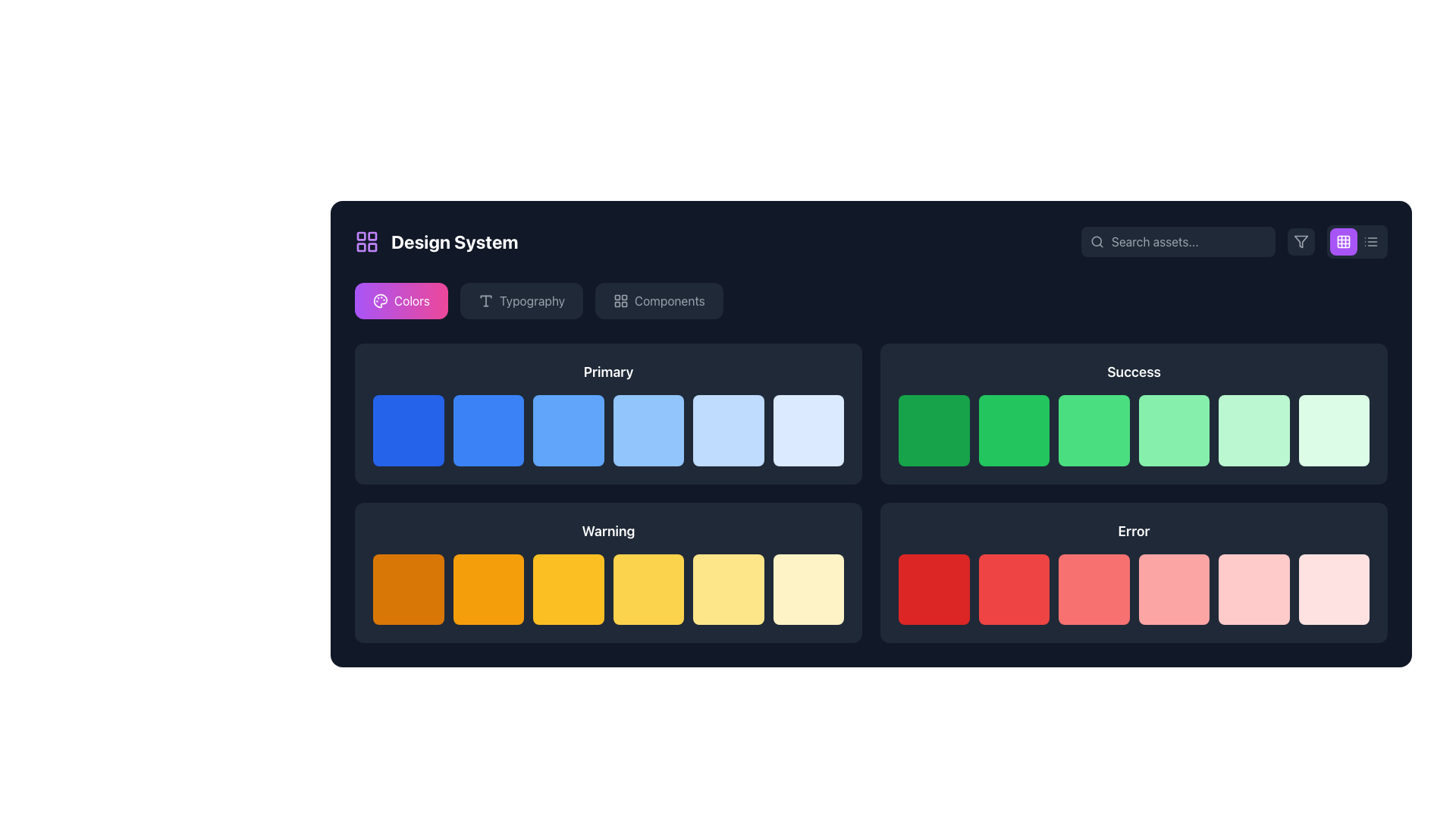 The height and width of the screenshot is (819, 1456). Describe the element at coordinates (1178, 241) in the screenshot. I see `inside the text input field located in the upper-right section of the UI to focus the input` at that location.